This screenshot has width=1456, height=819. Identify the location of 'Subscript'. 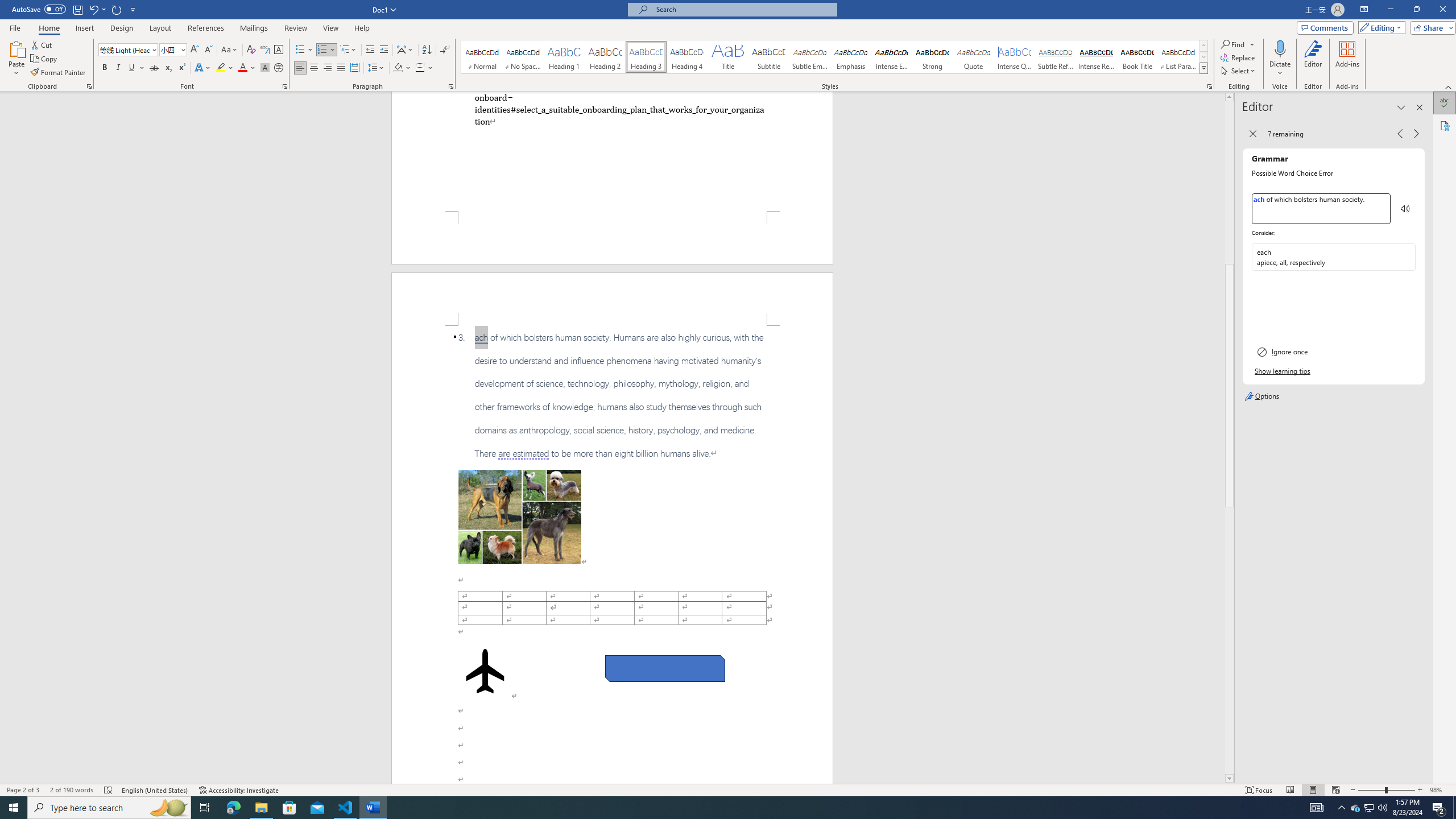
(167, 67).